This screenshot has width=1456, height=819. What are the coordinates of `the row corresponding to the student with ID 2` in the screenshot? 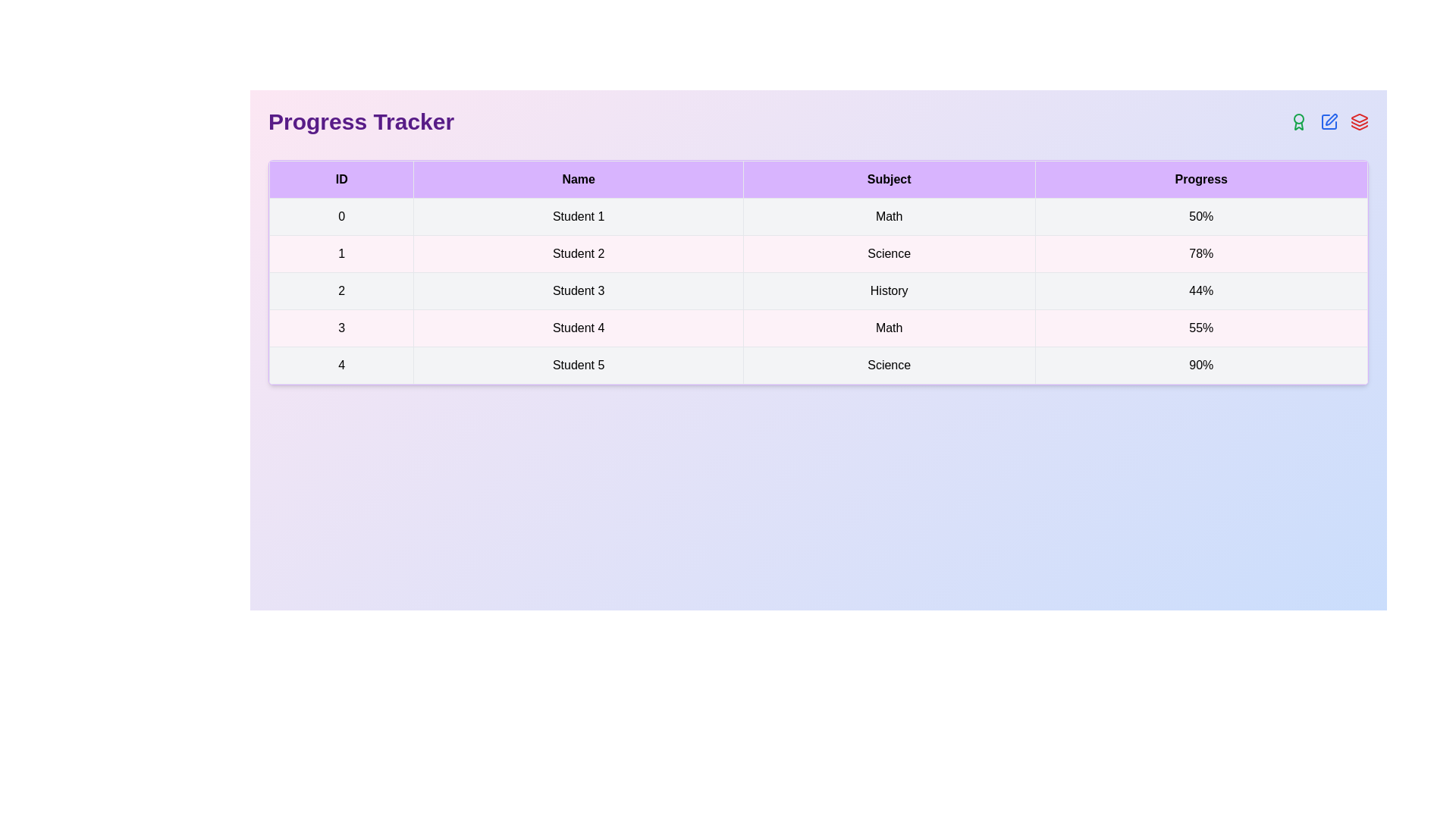 It's located at (817, 291).